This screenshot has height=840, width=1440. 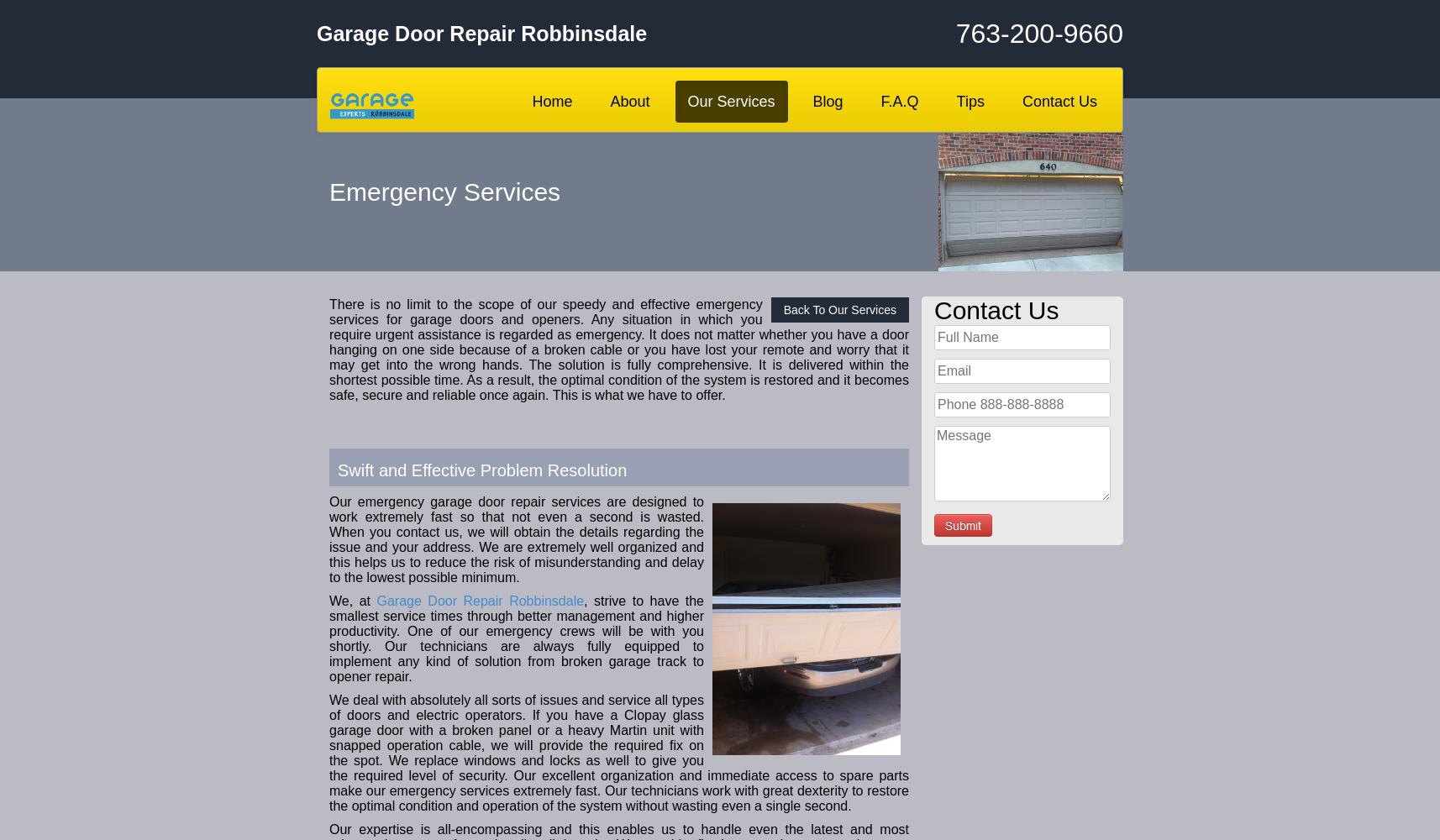 What do you see at coordinates (827, 101) in the screenshot?
I see `'Blog'` at bounding box center [827, 101].